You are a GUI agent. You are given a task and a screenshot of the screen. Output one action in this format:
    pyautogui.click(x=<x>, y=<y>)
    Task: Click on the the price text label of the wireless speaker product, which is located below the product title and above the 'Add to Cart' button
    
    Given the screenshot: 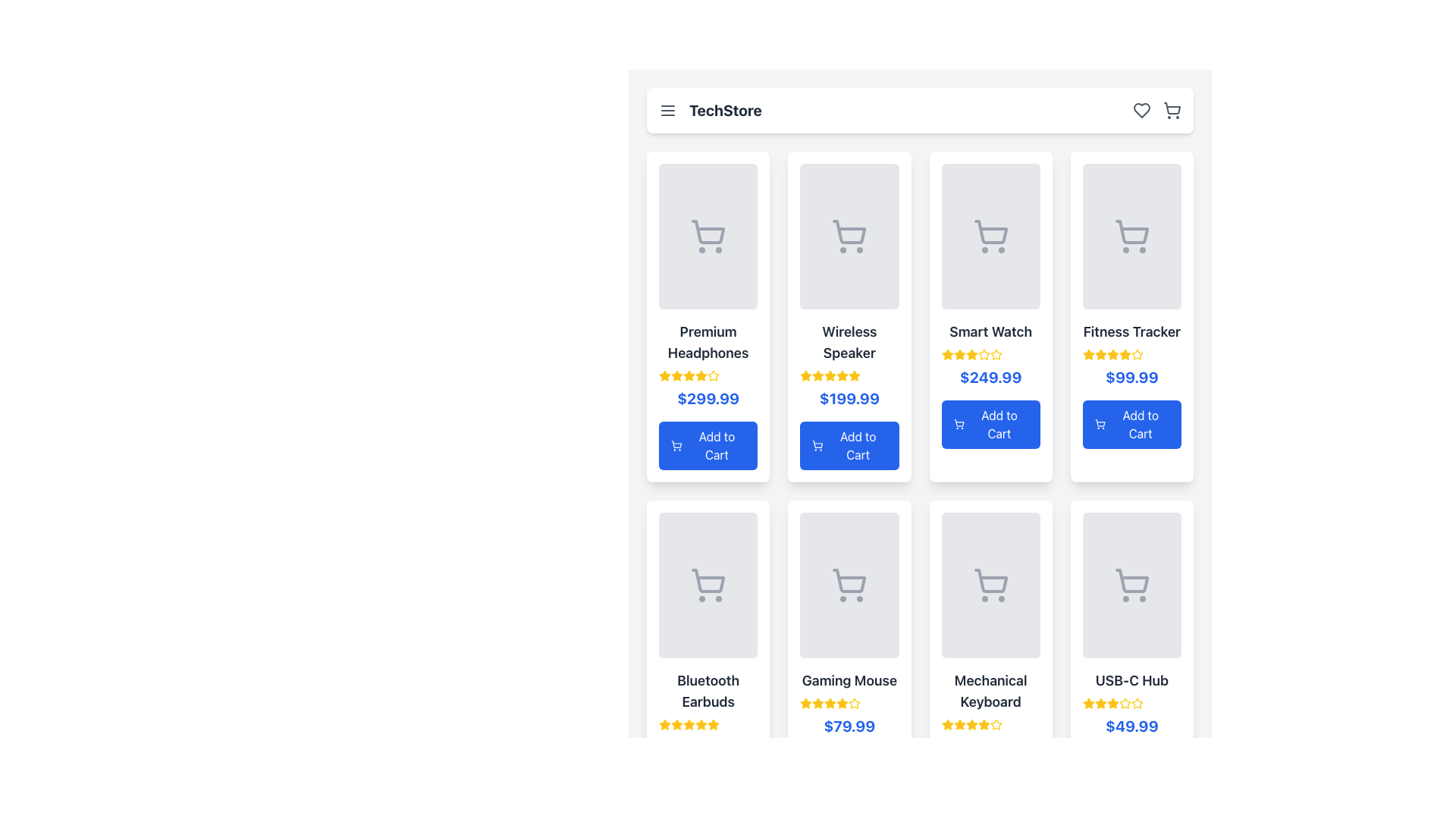 What is the action you would take?
    pyautogui.click(x=849, y=397)
    